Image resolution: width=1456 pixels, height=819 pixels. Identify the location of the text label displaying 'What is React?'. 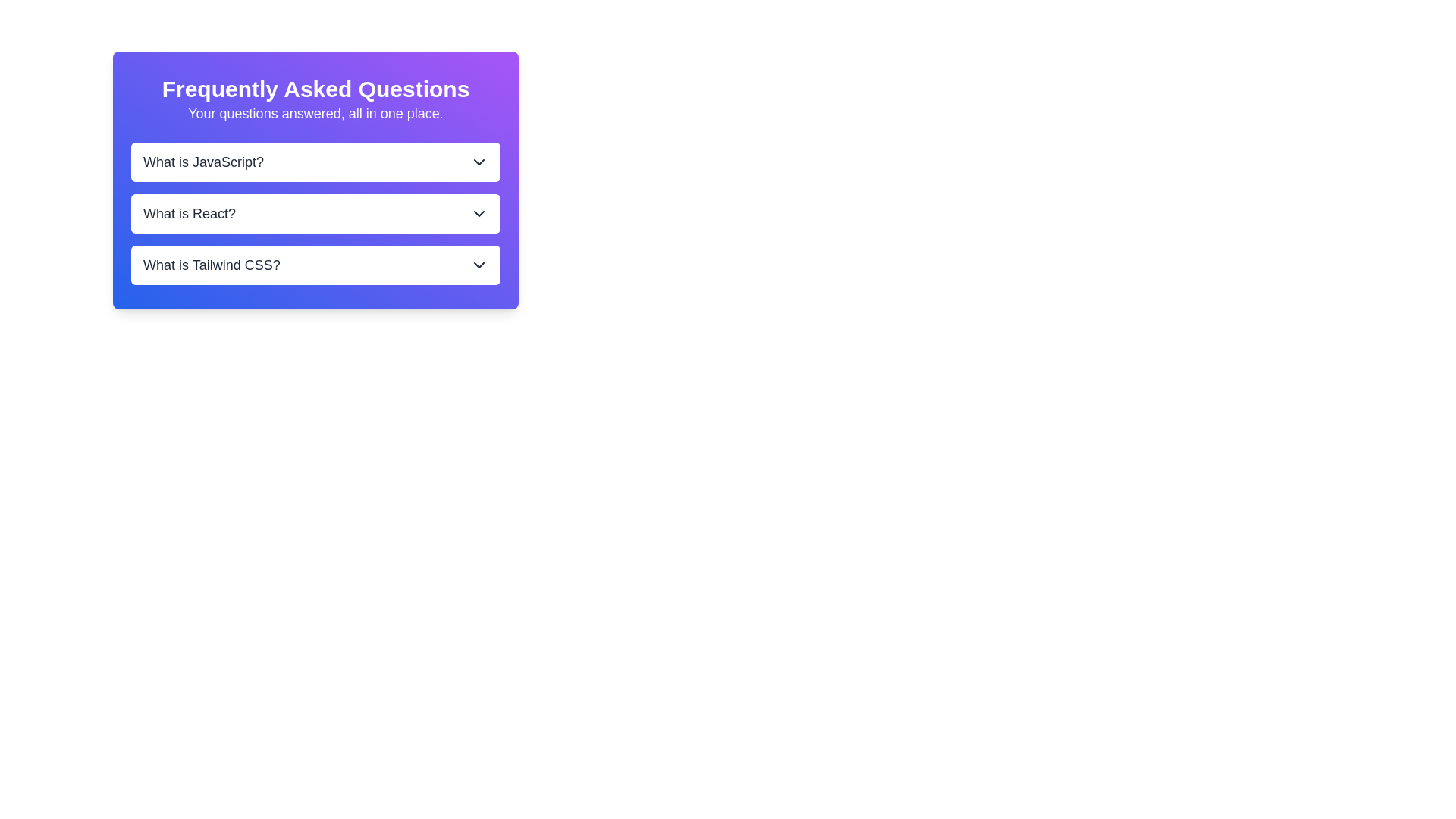
(188, 213).